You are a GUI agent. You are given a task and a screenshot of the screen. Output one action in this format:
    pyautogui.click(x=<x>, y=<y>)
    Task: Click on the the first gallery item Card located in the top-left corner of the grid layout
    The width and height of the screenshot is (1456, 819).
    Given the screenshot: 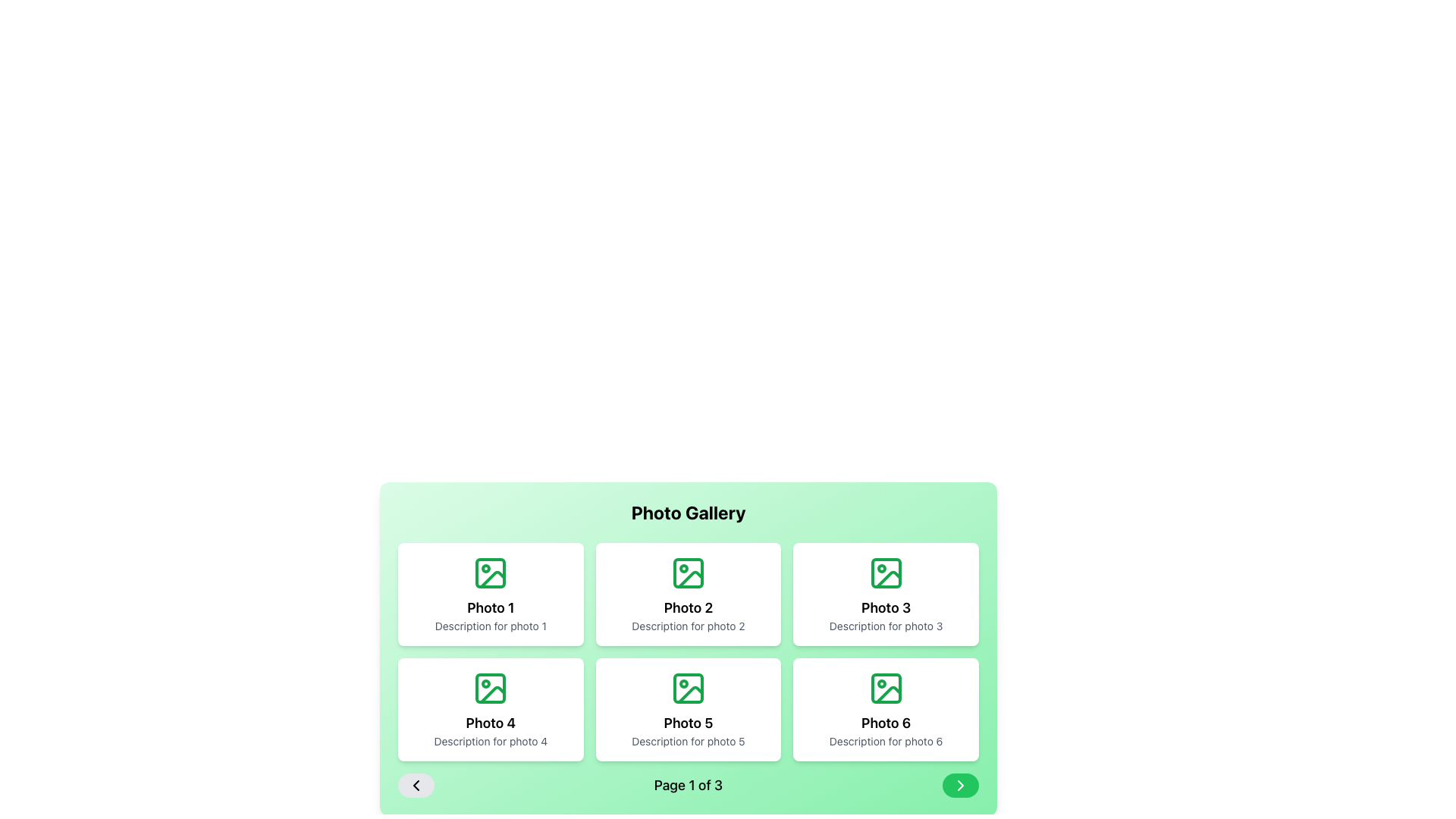 What is the action you would take?
    pyautogui.click(x=491, y=593)
    